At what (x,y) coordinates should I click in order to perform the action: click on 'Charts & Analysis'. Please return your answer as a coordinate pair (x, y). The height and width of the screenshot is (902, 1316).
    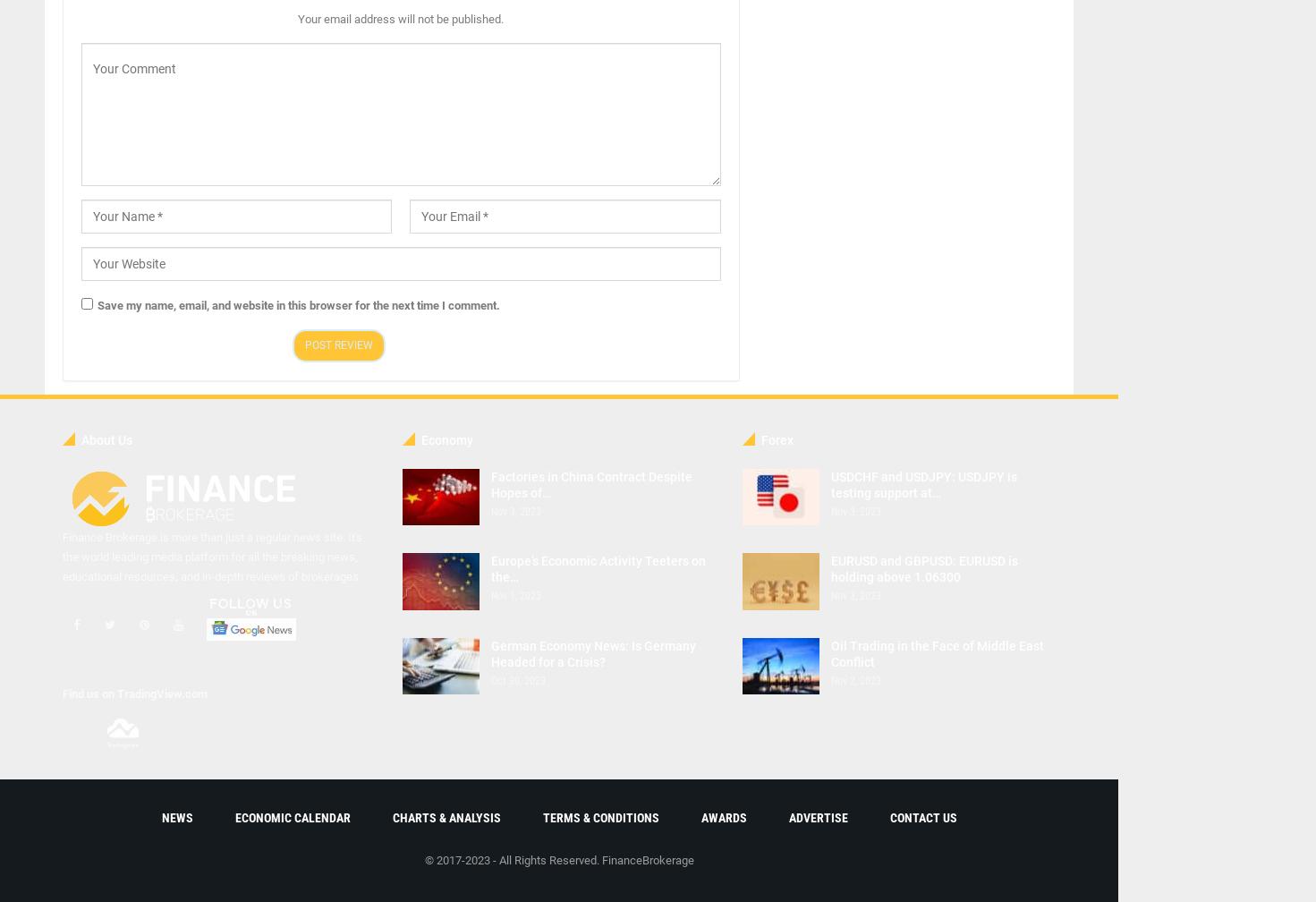
    Looking at the image, I should click on (446, 817).